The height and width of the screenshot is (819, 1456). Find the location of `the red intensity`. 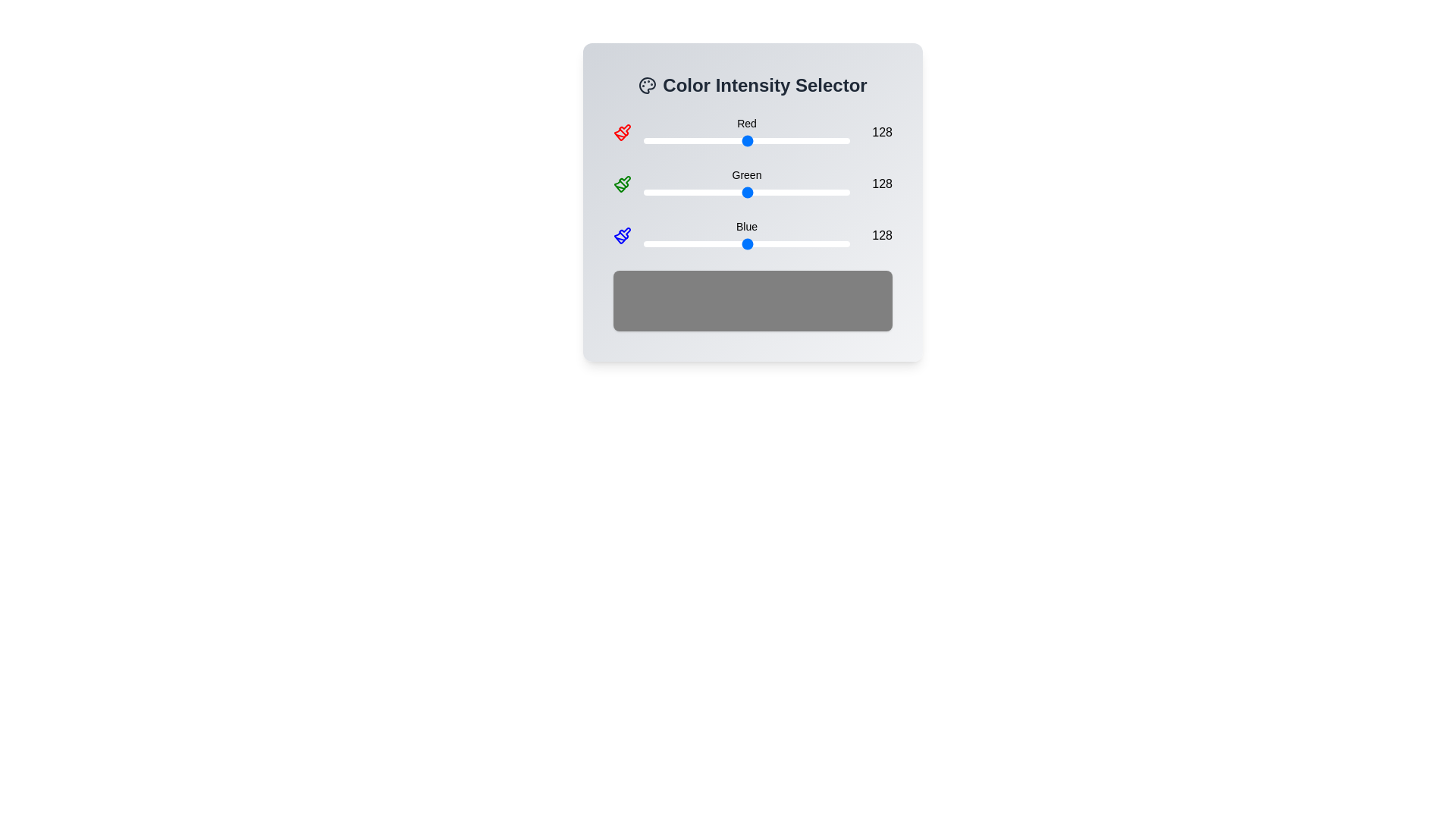

the red intensity is located at coordinates (803, 140).